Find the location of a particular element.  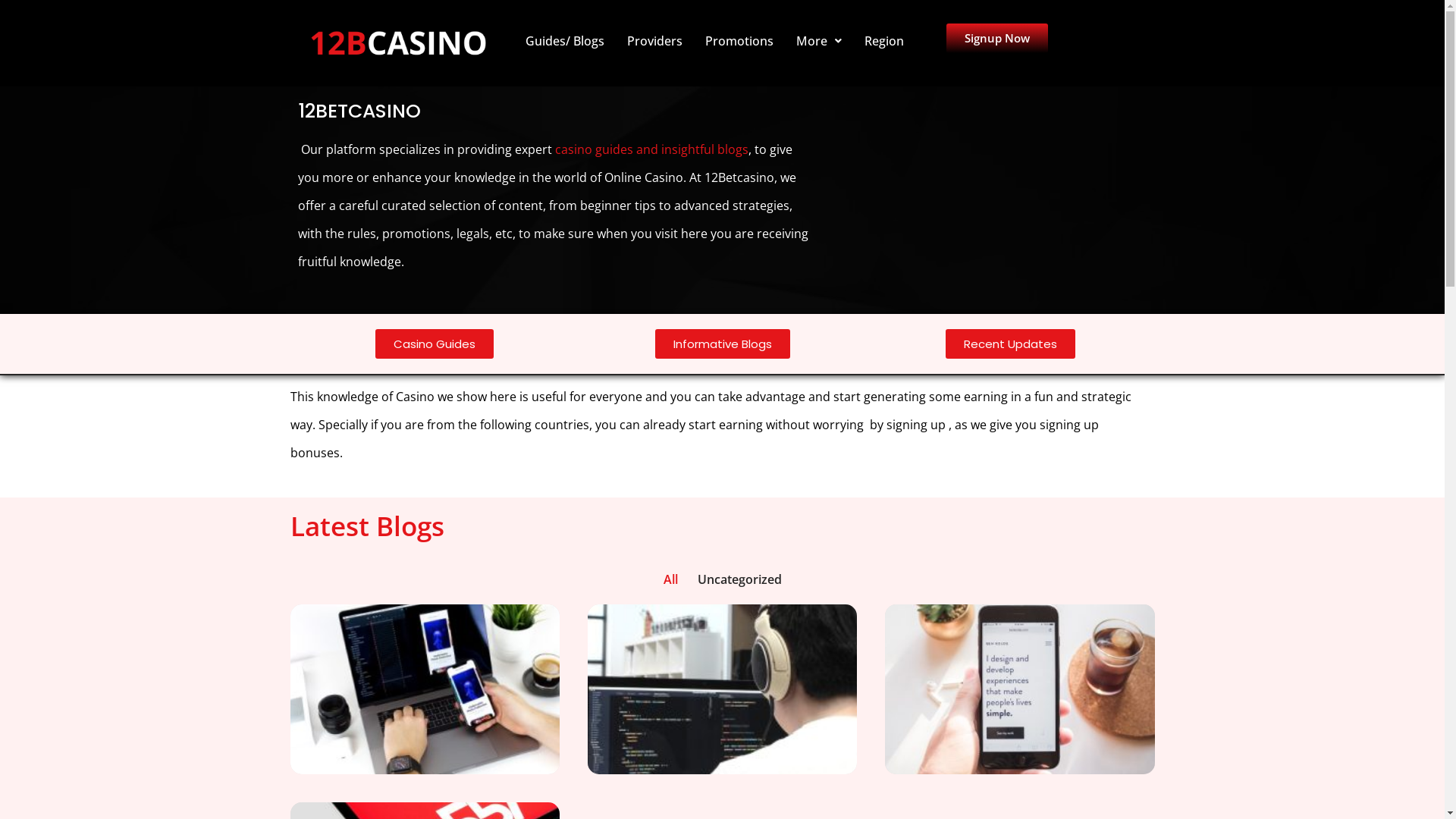

'Promotions' is located at coordinates (739, 40).